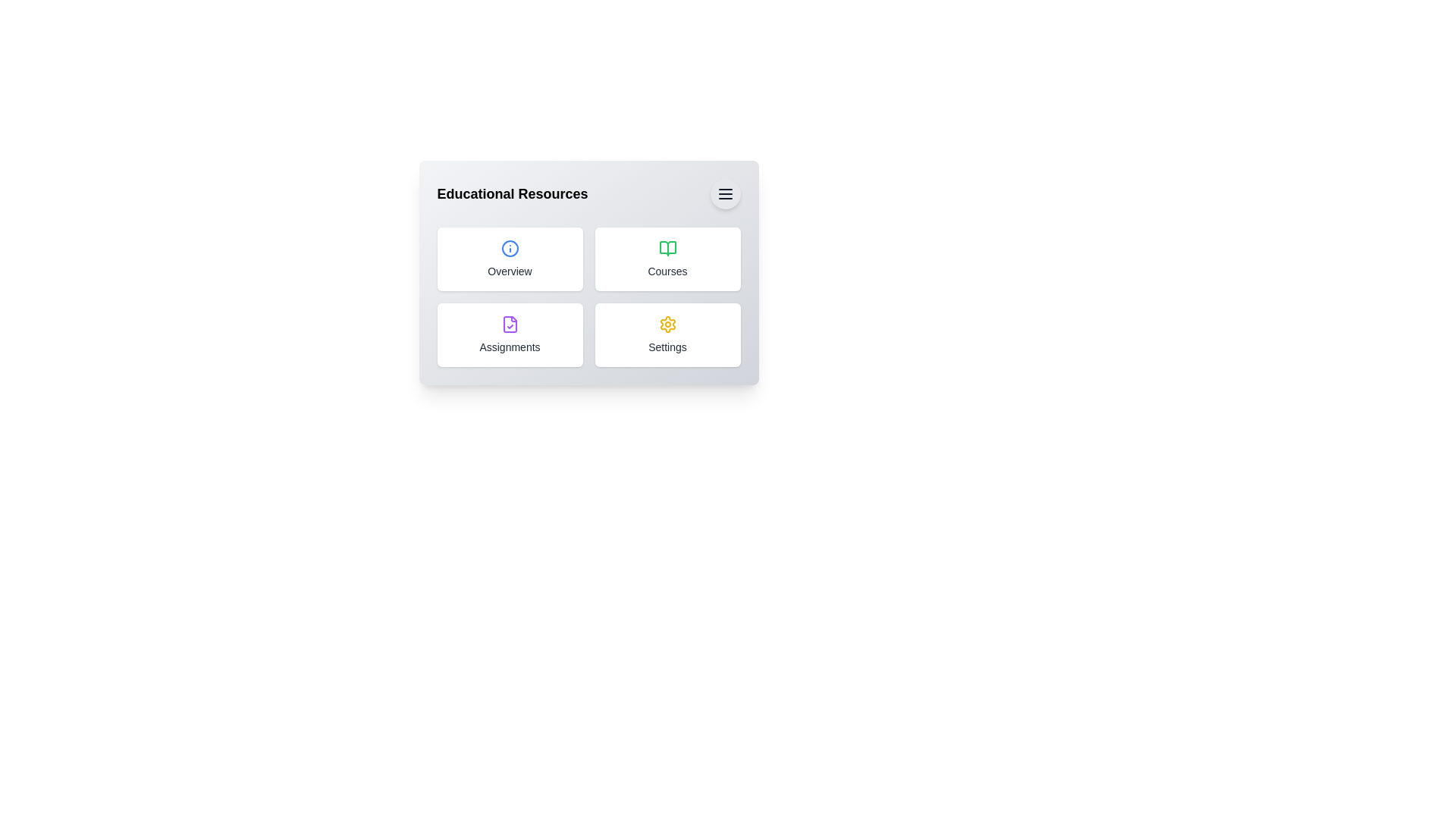 The width and height of the screenshot is (1456, 819). What do you see at coordinates (724, 193) in the screenshot?
I see `the menu button to toggle the menu visibility` at bounding box center [724, 193].